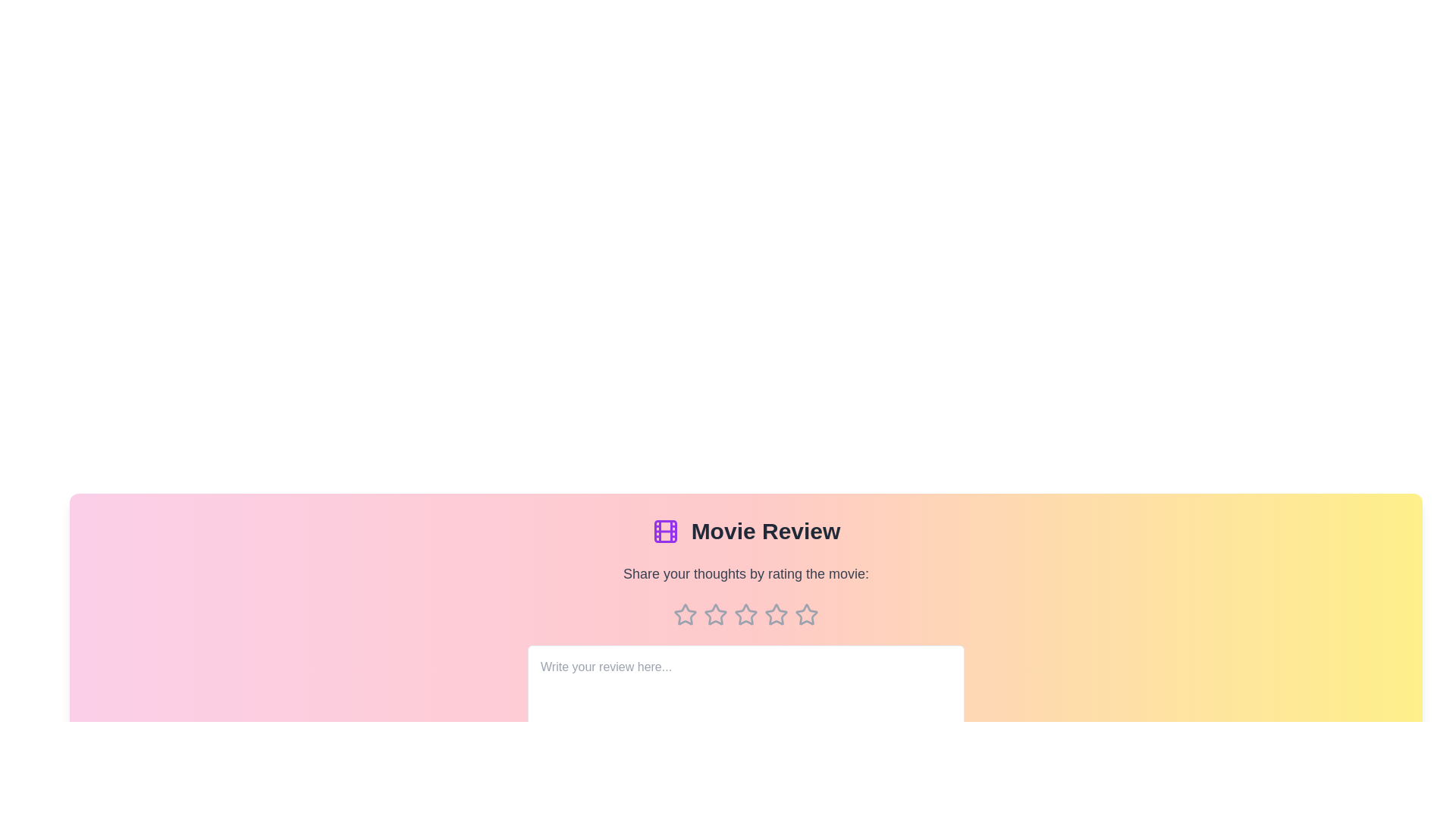 This screenshot has height=819, width=1456. What do you see at coordinates (745, 687) in the screenshot?
I see `the text area and type the review text` at bounding box center [745, 687].